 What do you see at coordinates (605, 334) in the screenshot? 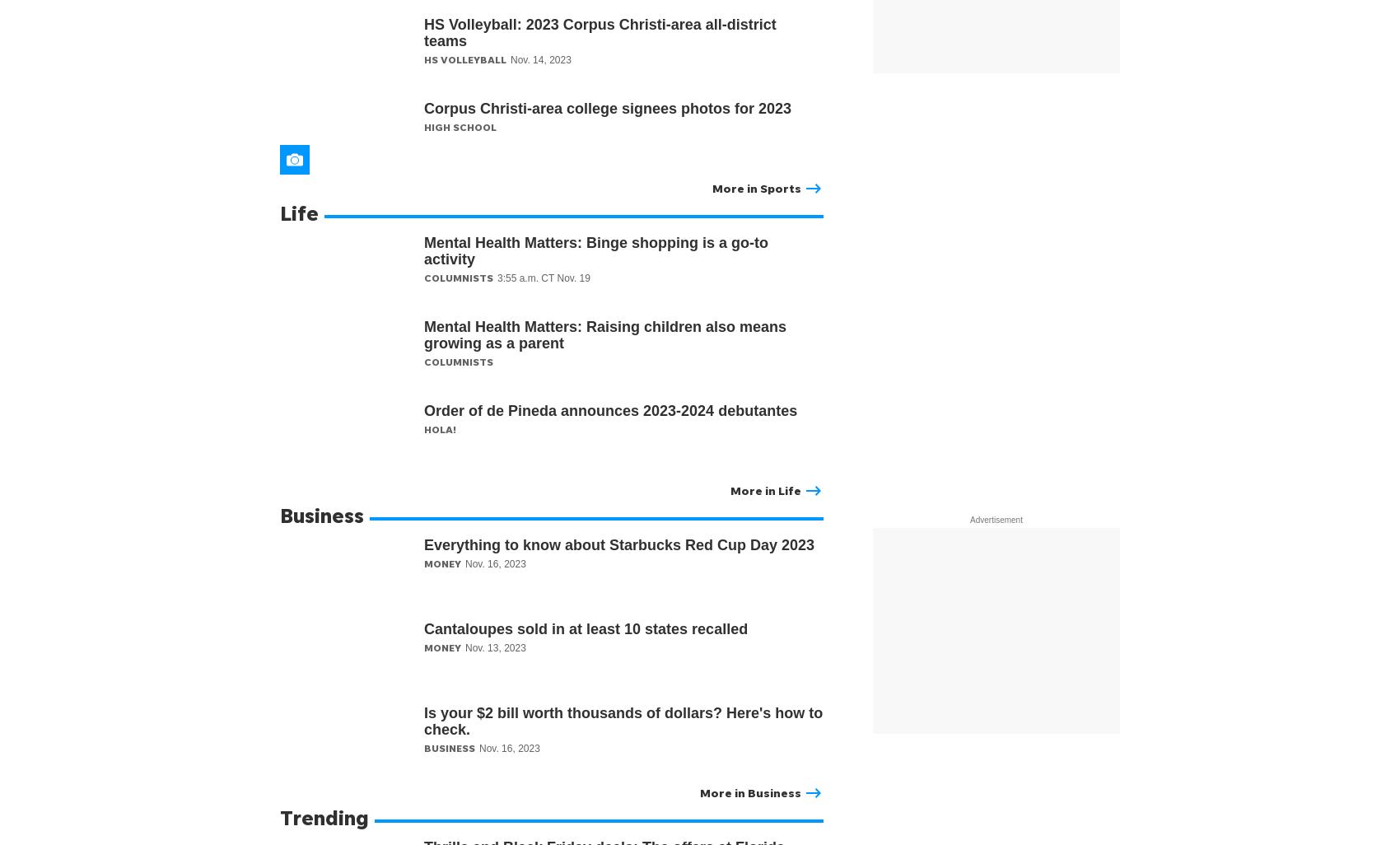
I see `'Mental Health Matters: Raising children also means growing as a parent'` at bounding box center [605, 334].